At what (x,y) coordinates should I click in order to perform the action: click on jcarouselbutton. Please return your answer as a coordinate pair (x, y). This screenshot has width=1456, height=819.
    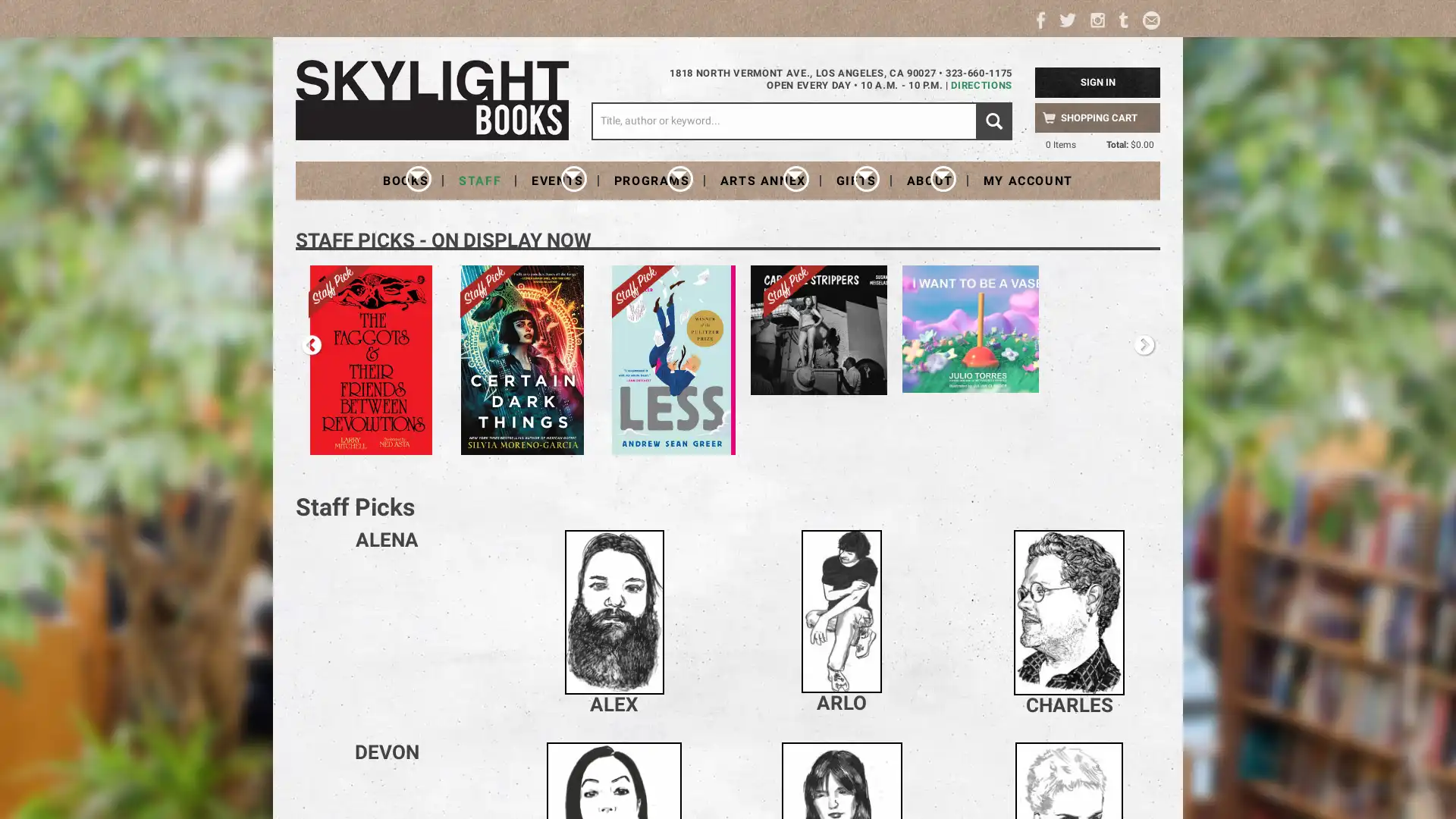
    Looking at the image, I should click on (1144, 345).